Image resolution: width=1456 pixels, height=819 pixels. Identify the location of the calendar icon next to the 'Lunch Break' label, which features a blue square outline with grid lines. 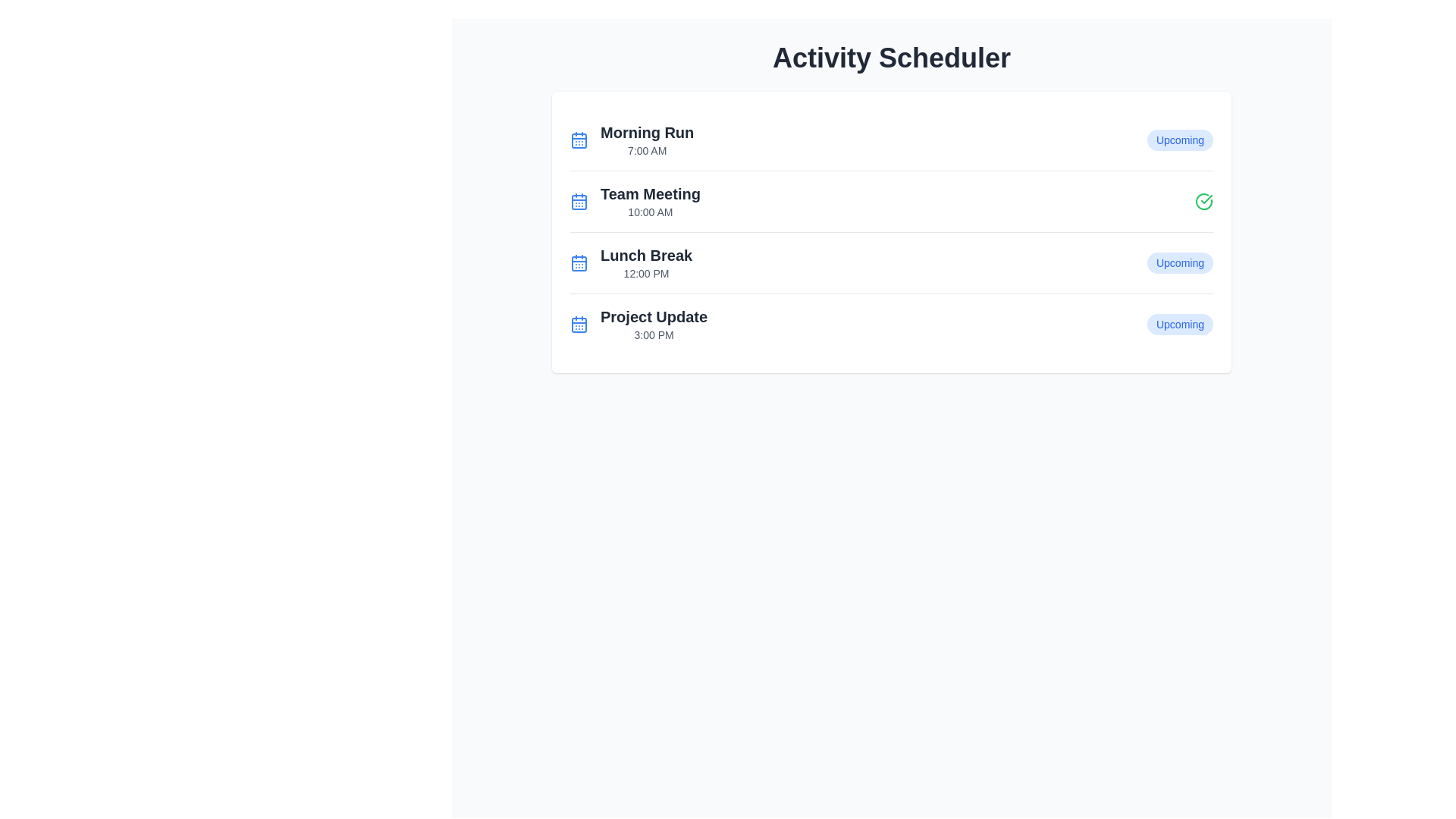
(578, 262).